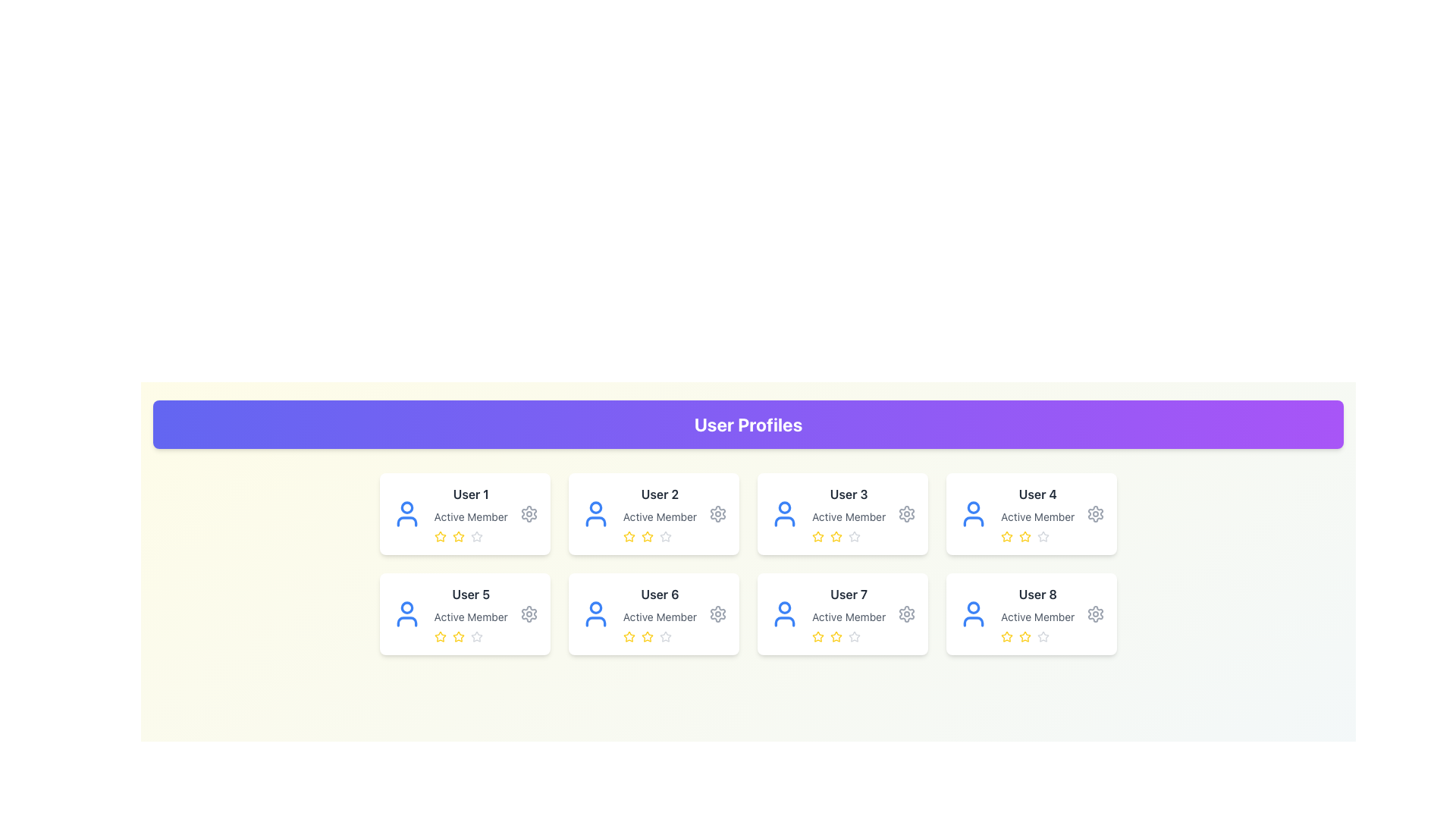  I want to click on the gear-shaped icon located in the top-right corner of the 'User 3' panel, so click(907, 513).